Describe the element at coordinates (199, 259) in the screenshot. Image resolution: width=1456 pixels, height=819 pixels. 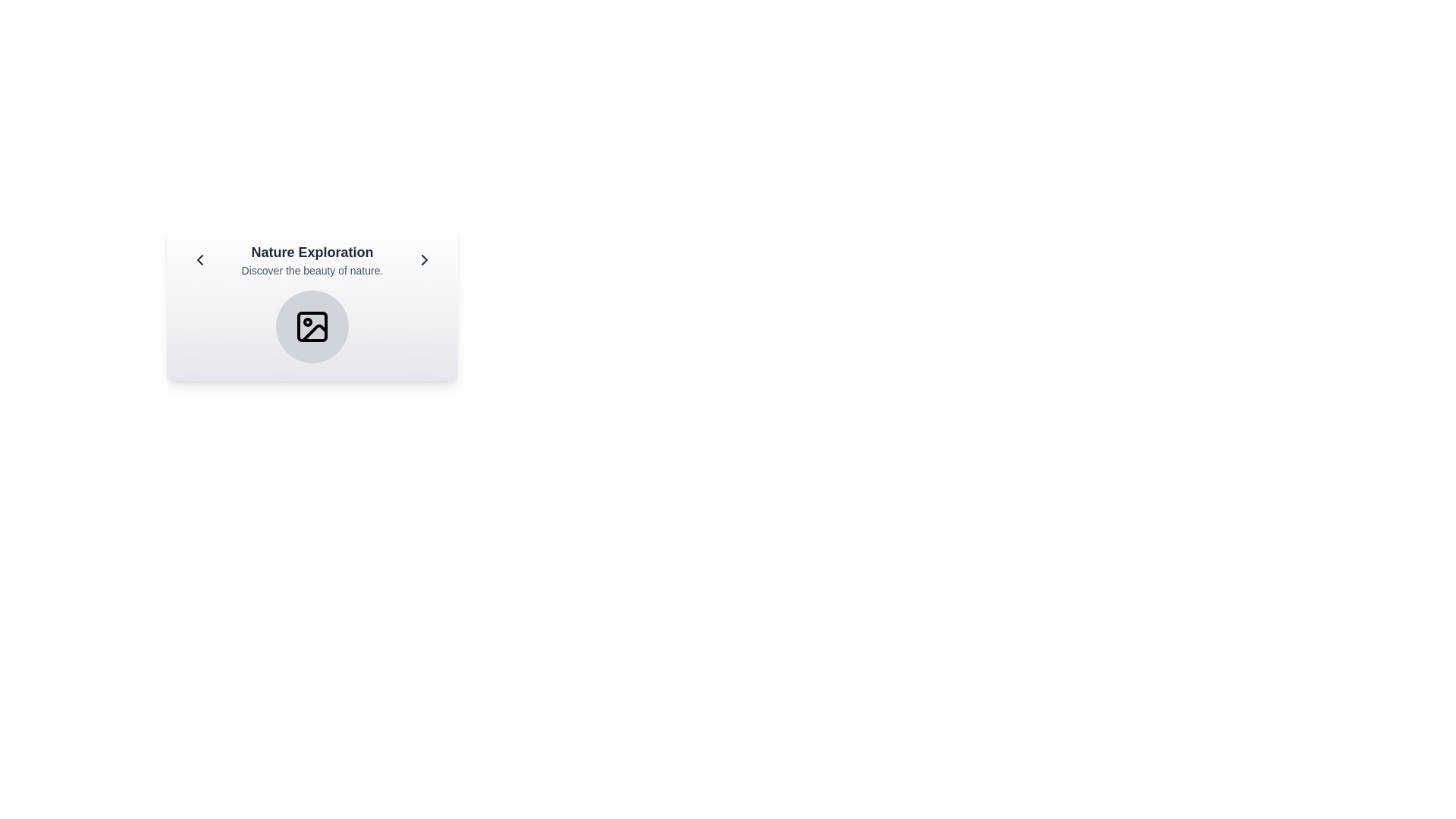
I see `the left-pointing chevron icon within the 'Nature Exploration' card` at that location.